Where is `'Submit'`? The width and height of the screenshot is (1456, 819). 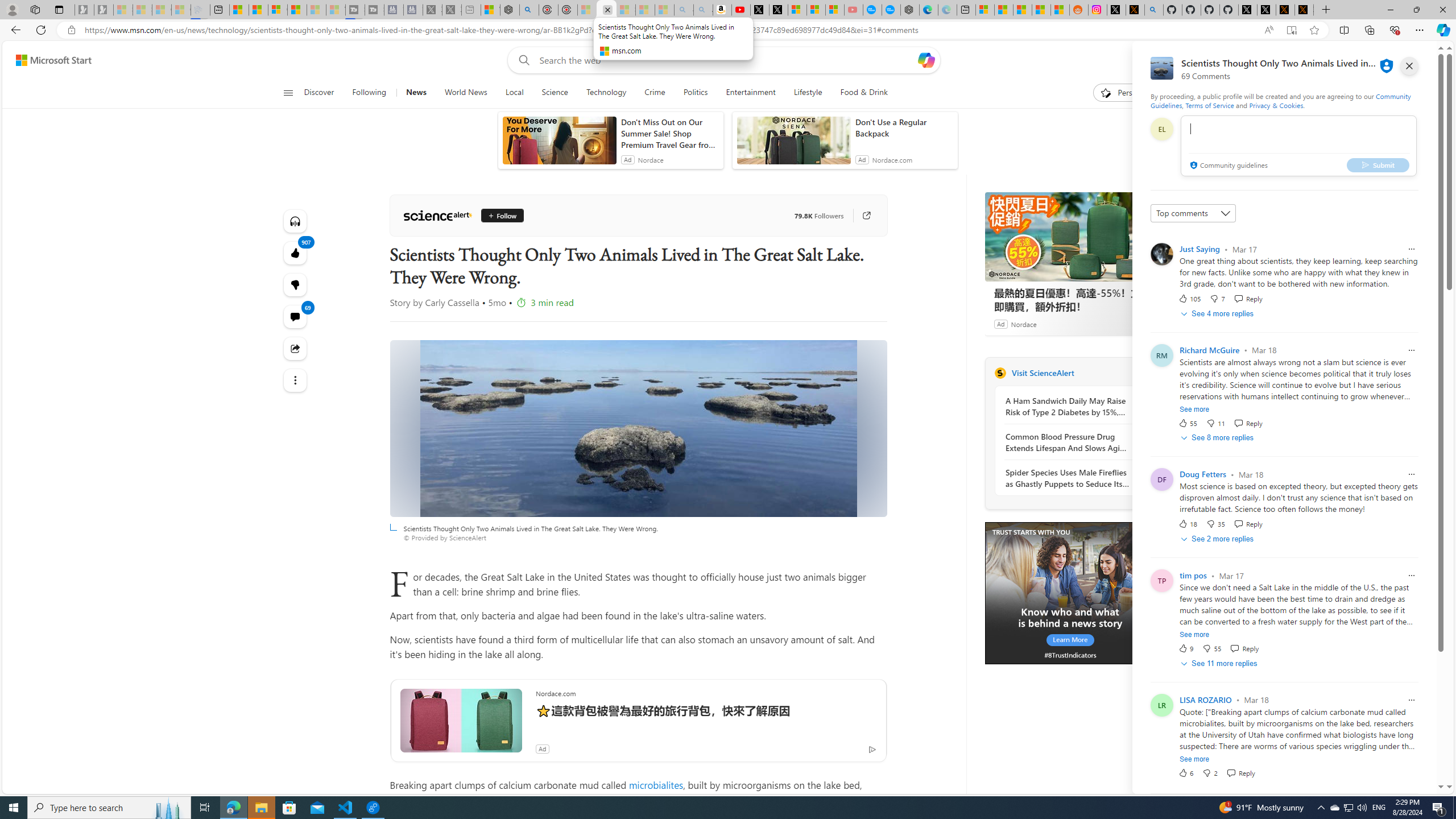 'Submit' is located at coordinates (1378, 164).